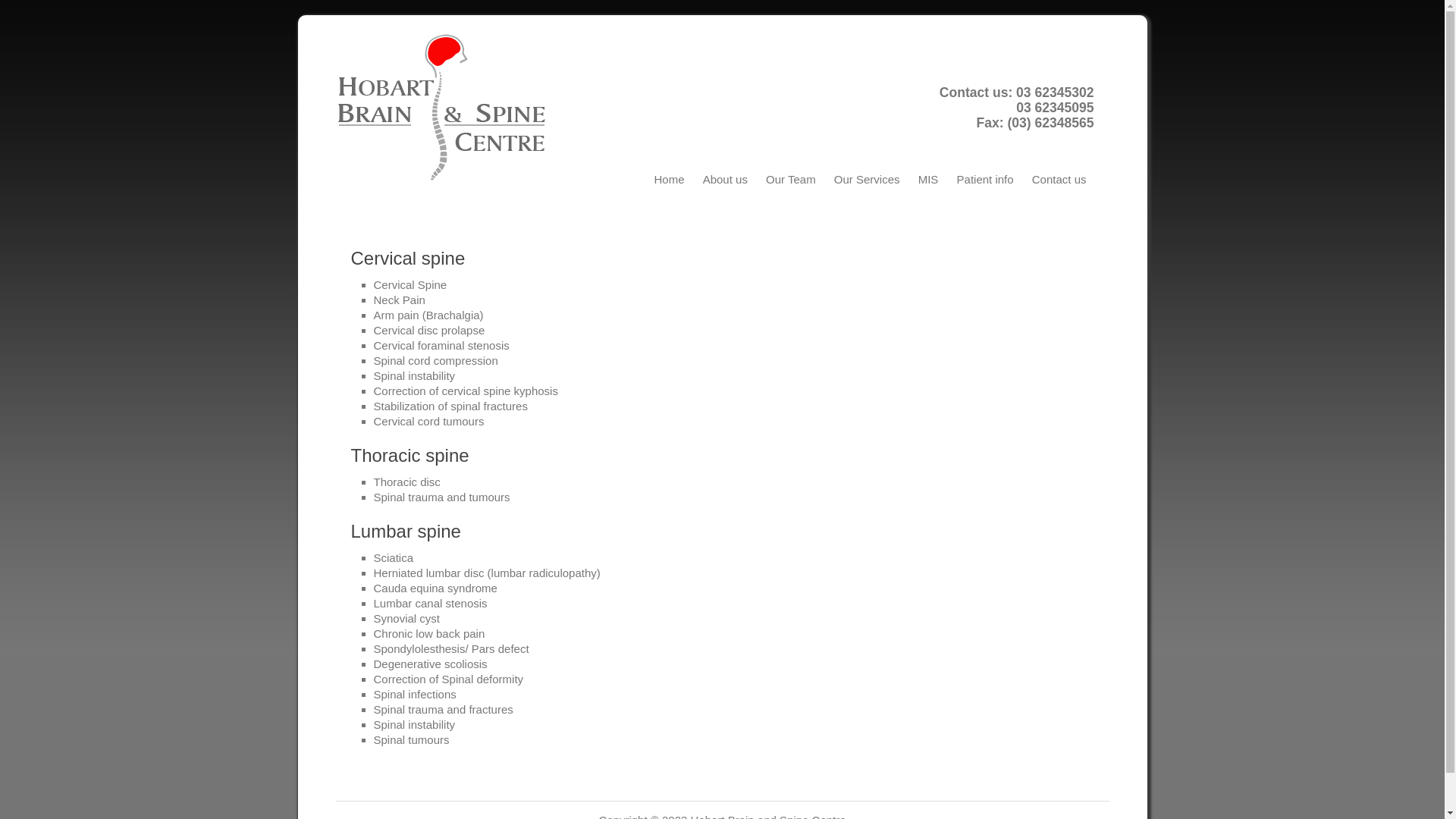 This screenshot has height=819, width=1456. Describe the element at coordinates (447, 107) in the screenshot. I see `'Hobart Brain and Spine'` at that location.